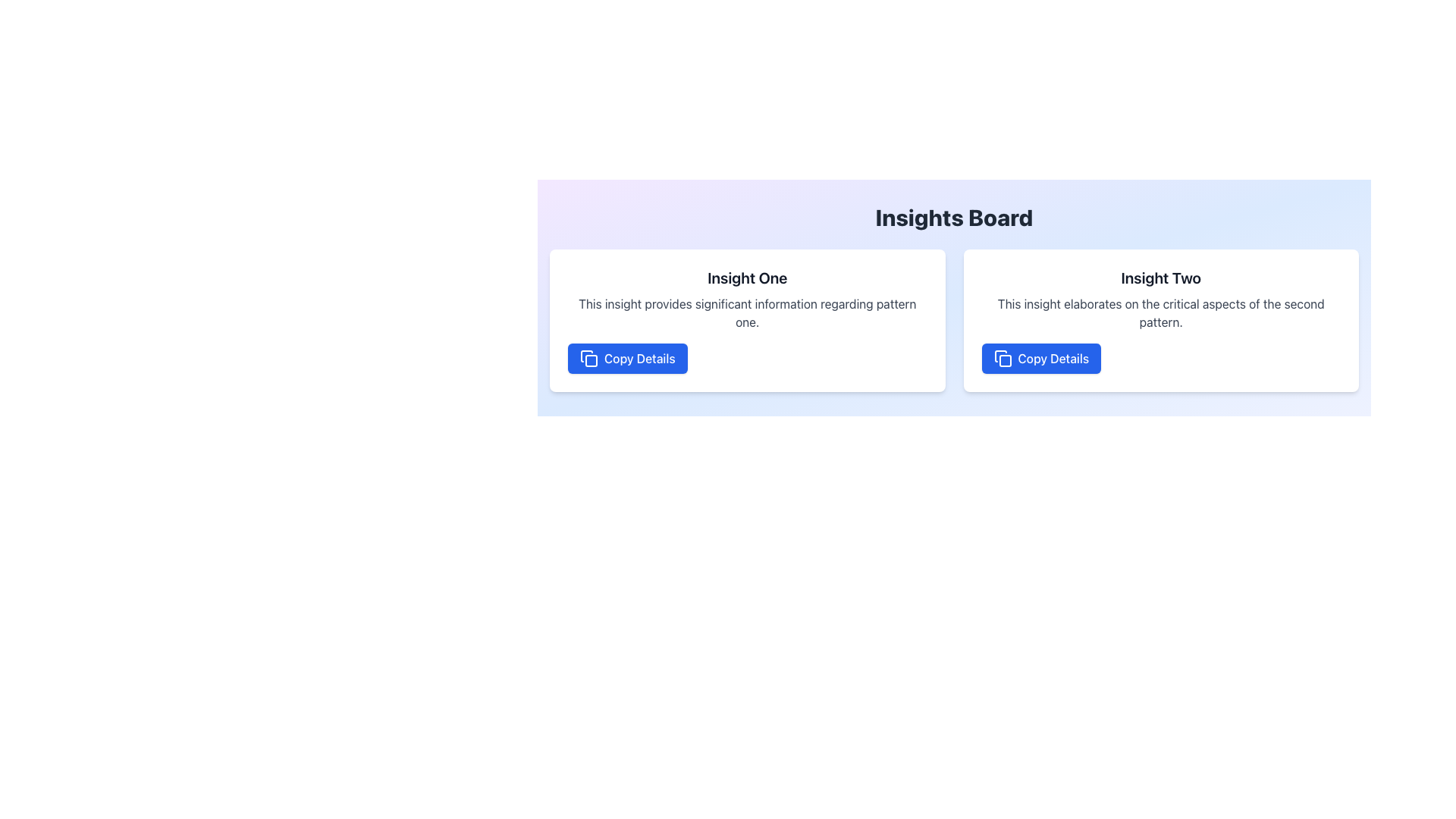 This screenshot has height=819, width=1456. What do you see at coordinates (590, 360) in the screenshot?
I see `the small blue square icon with rounded corners inside the 'Copy Details' button` at bounding box center [590, 360].